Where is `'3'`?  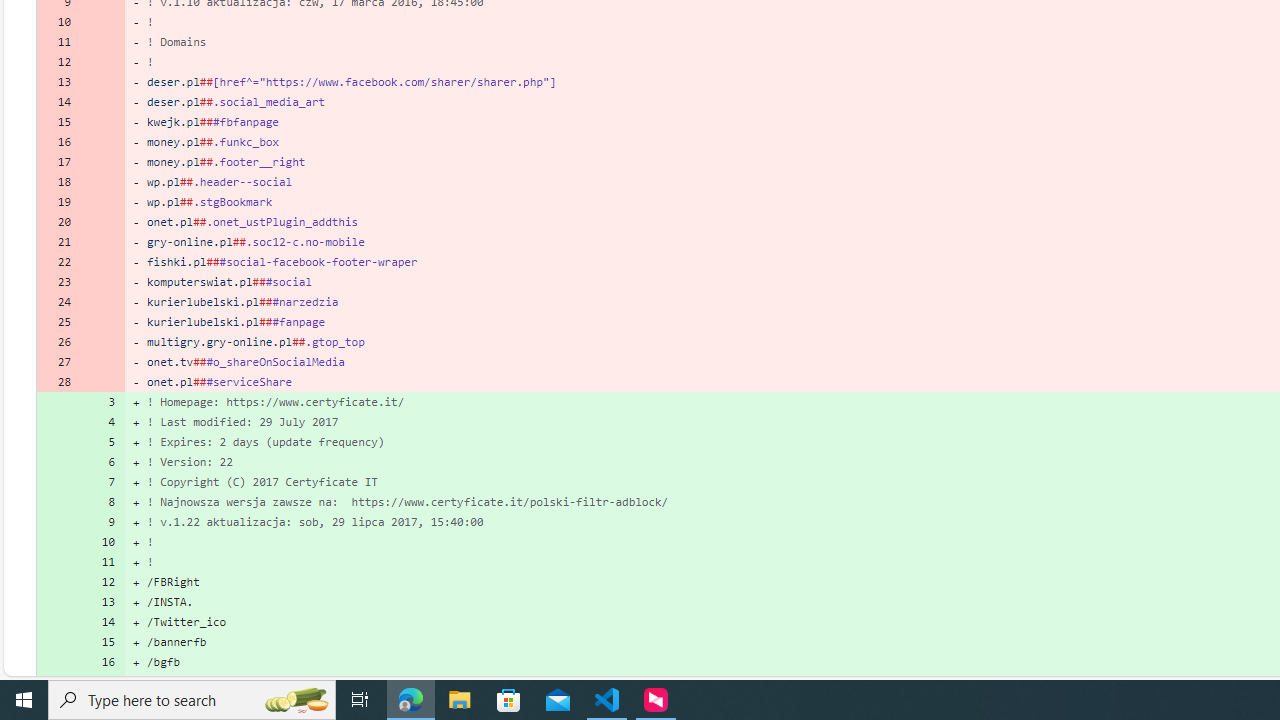
'3' is located at coordinates (102, 401).